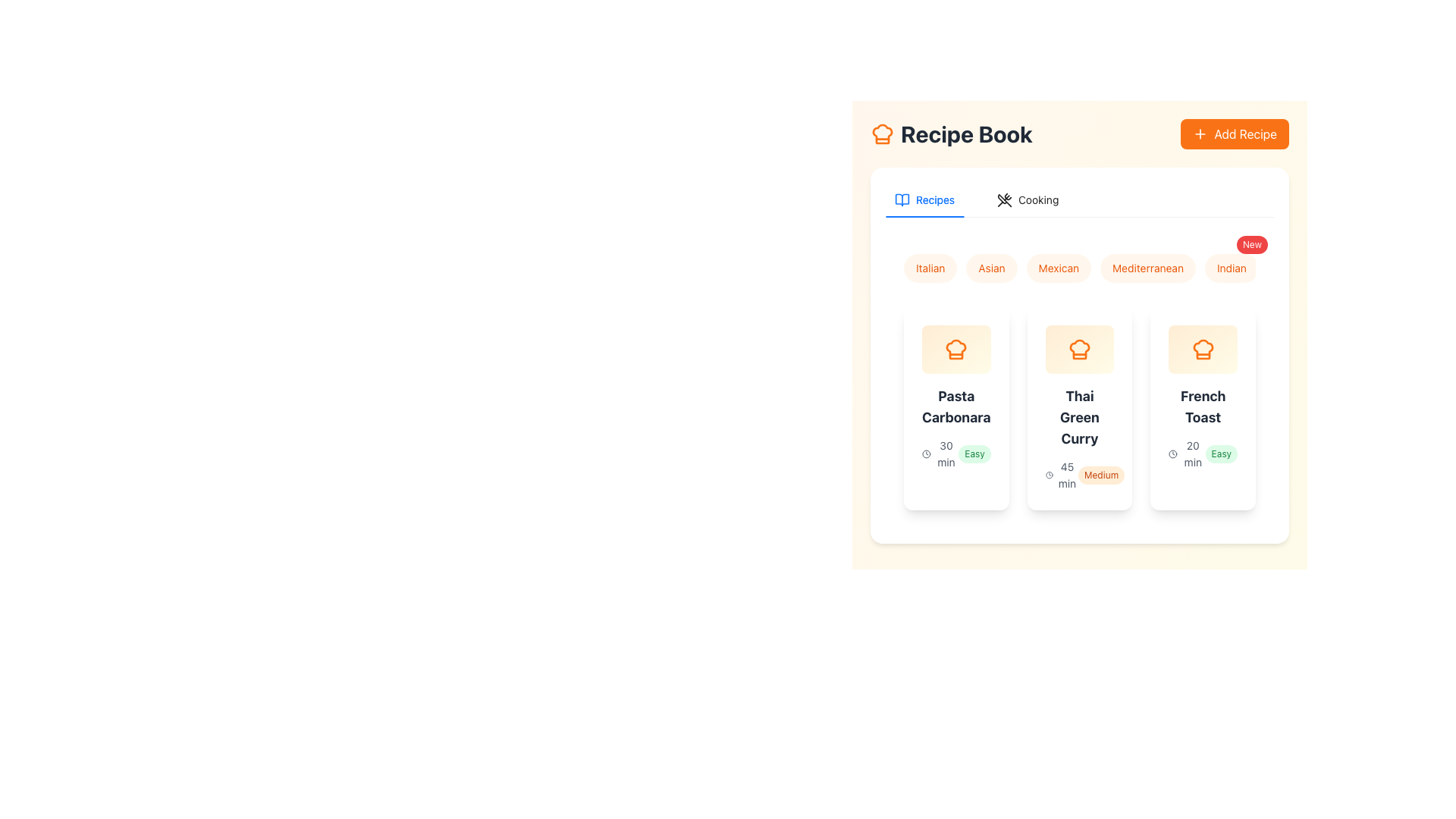 The width and height of the screenshot is (1456, 819). Describe the element at coordinates (1079, 475) in the screenshot. I see `the informational label displaying the duration '45 min' and difficulty level 'Medium' for the recipe 'Thai Green Curry', which includes a clock icon and an orange pill-shaped background` at that location.